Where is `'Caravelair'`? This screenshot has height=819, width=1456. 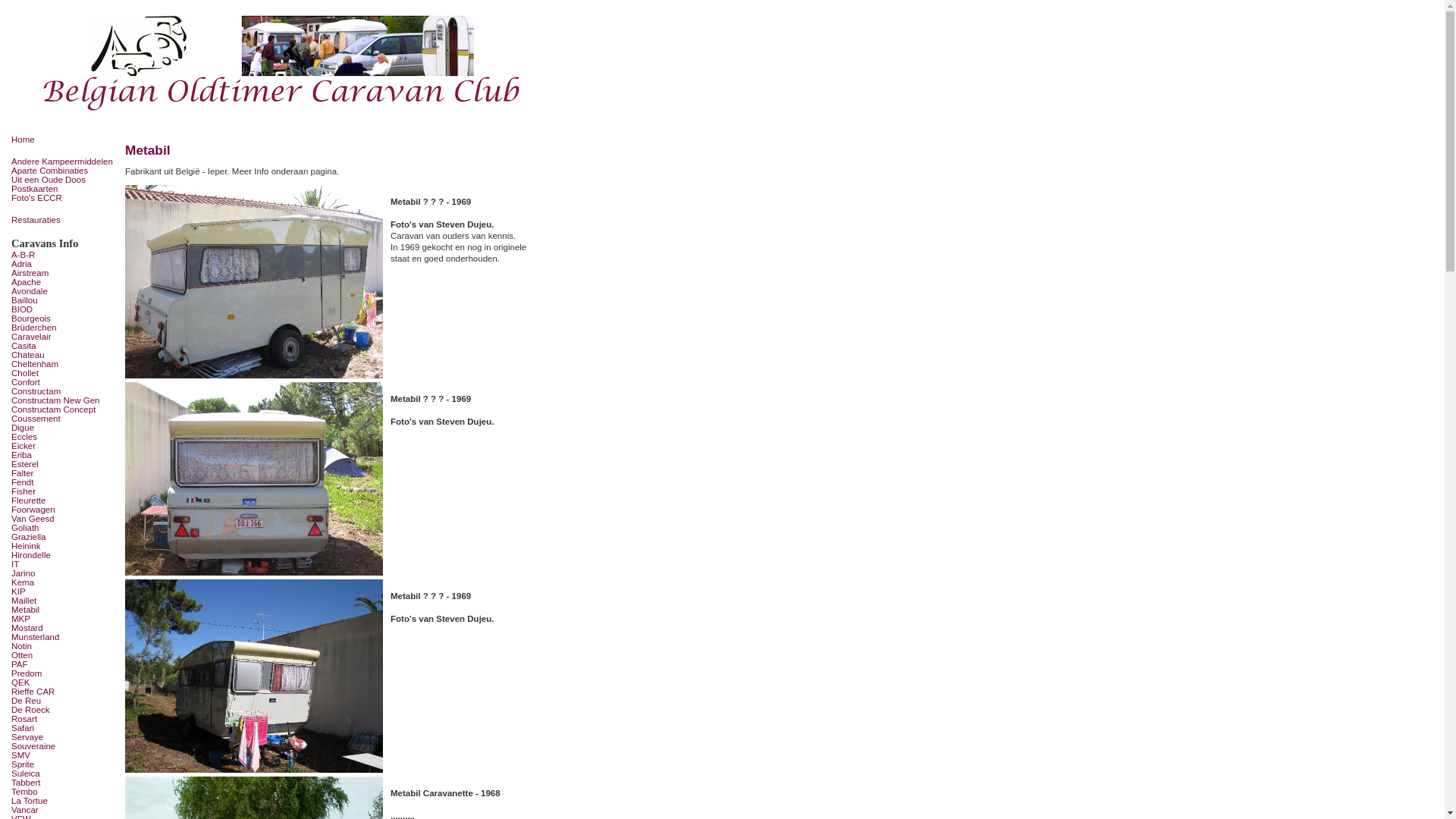 'Caravelair' is located at coordinates (11, 335).